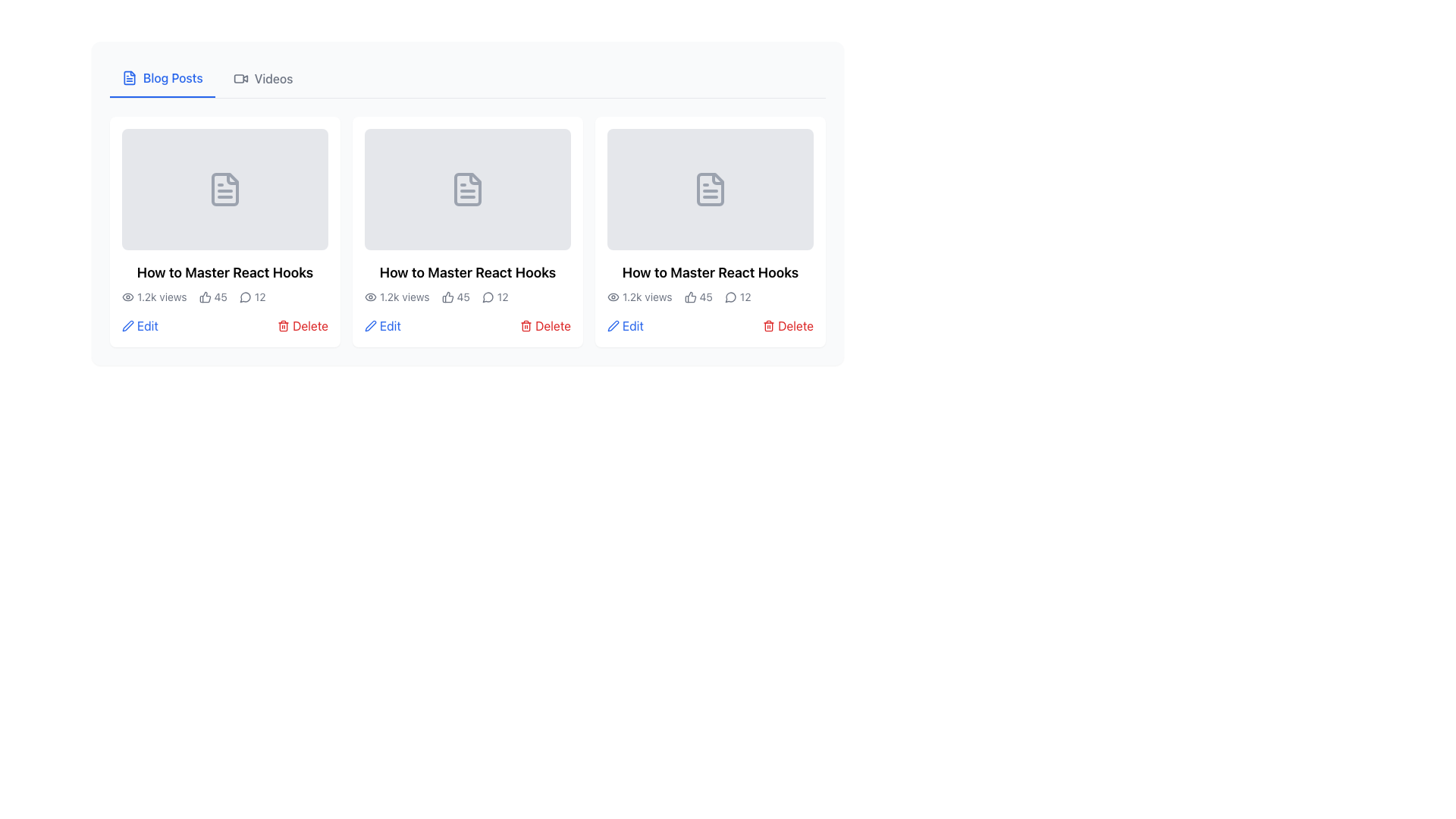  I want to click on the interactive deletion button located at the bottom-right of the last card, so click(788, 325).